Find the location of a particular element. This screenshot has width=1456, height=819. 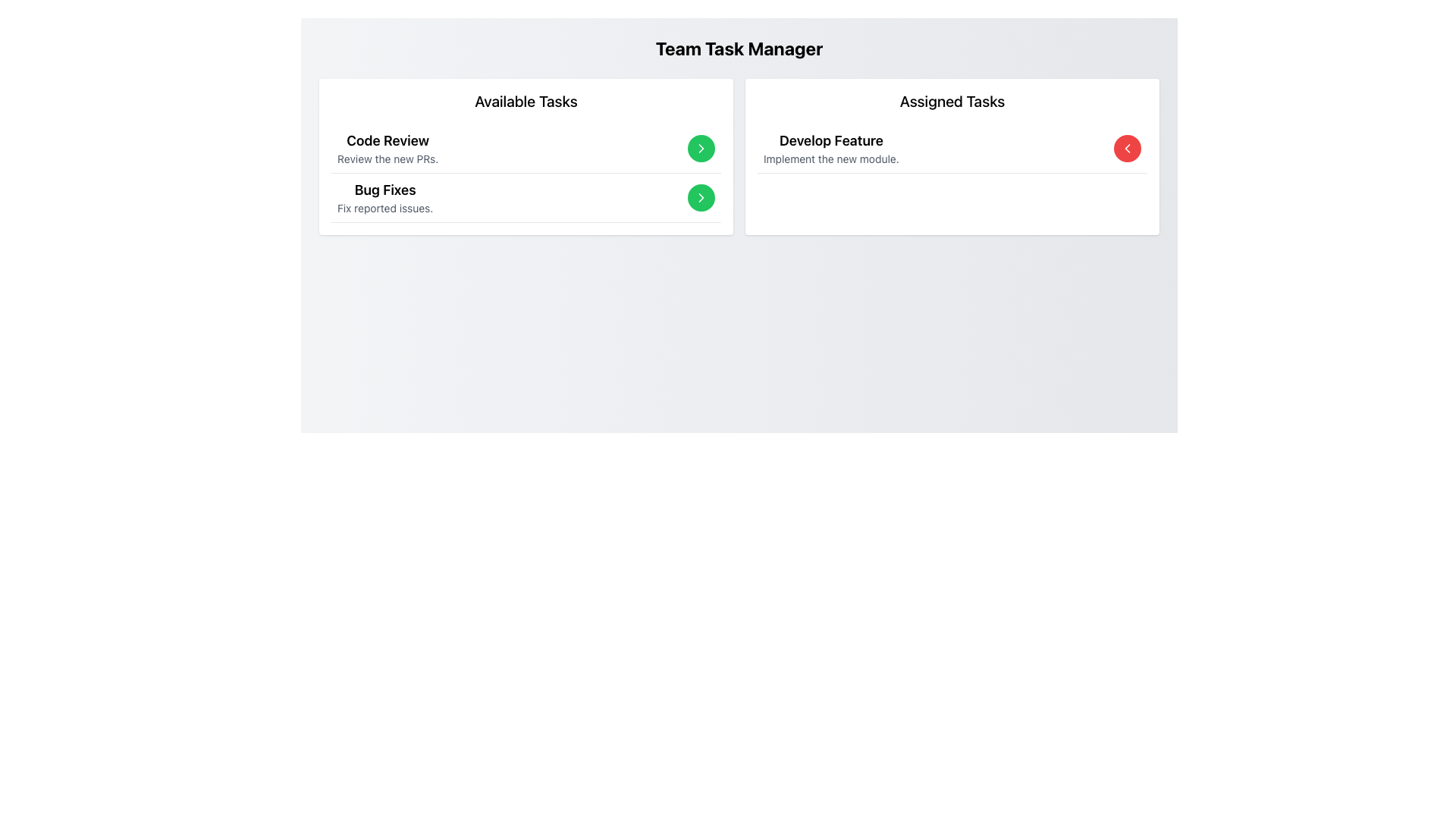

bold text label displaying 'Code Review', which is the topmost element in the left panel under 'Available Tasks' in the 'Team Task Manager' interface is located at coordinates (388, 140).